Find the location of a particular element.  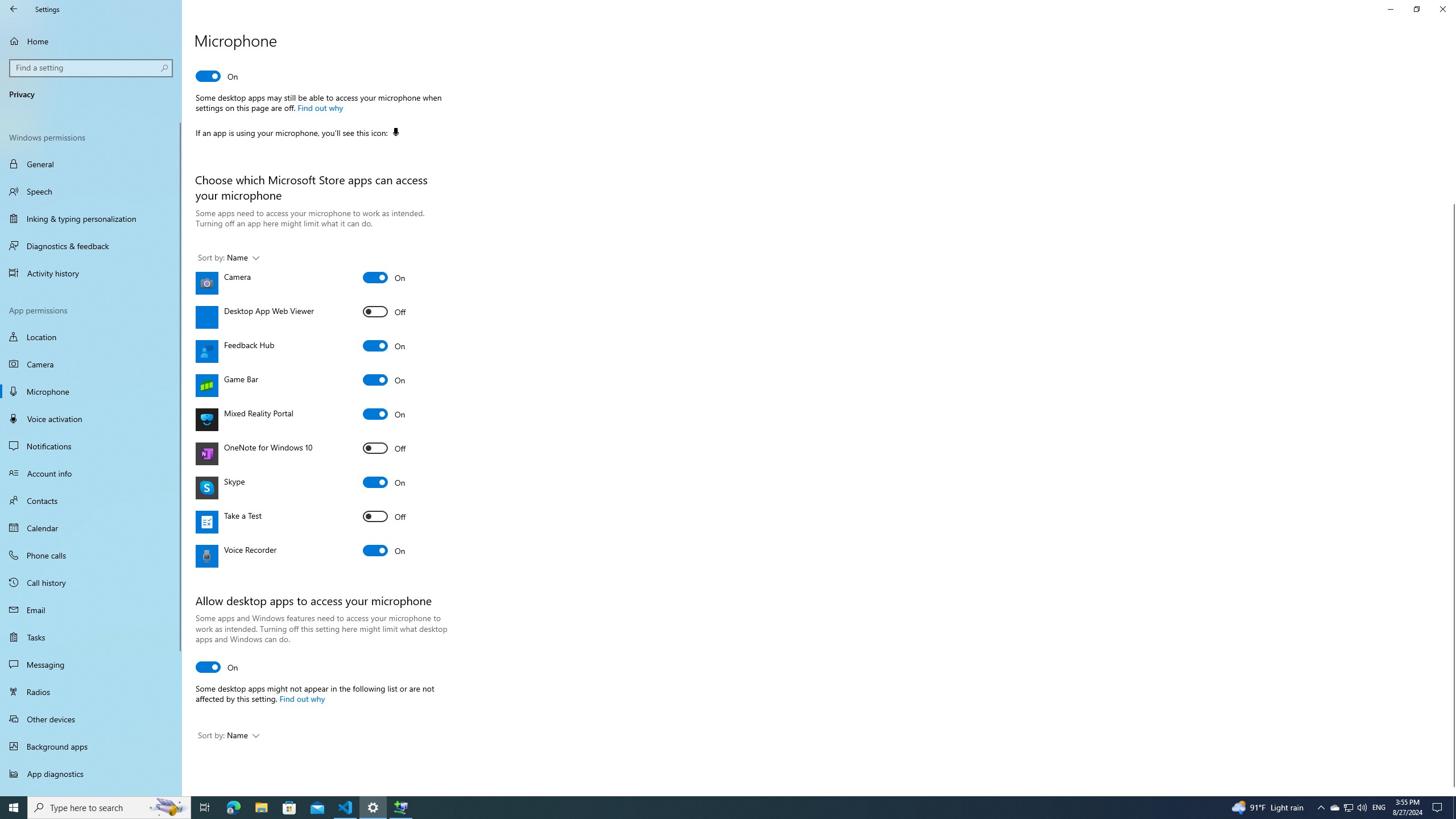

'Vertical' is located at coordinates (1451, 425).